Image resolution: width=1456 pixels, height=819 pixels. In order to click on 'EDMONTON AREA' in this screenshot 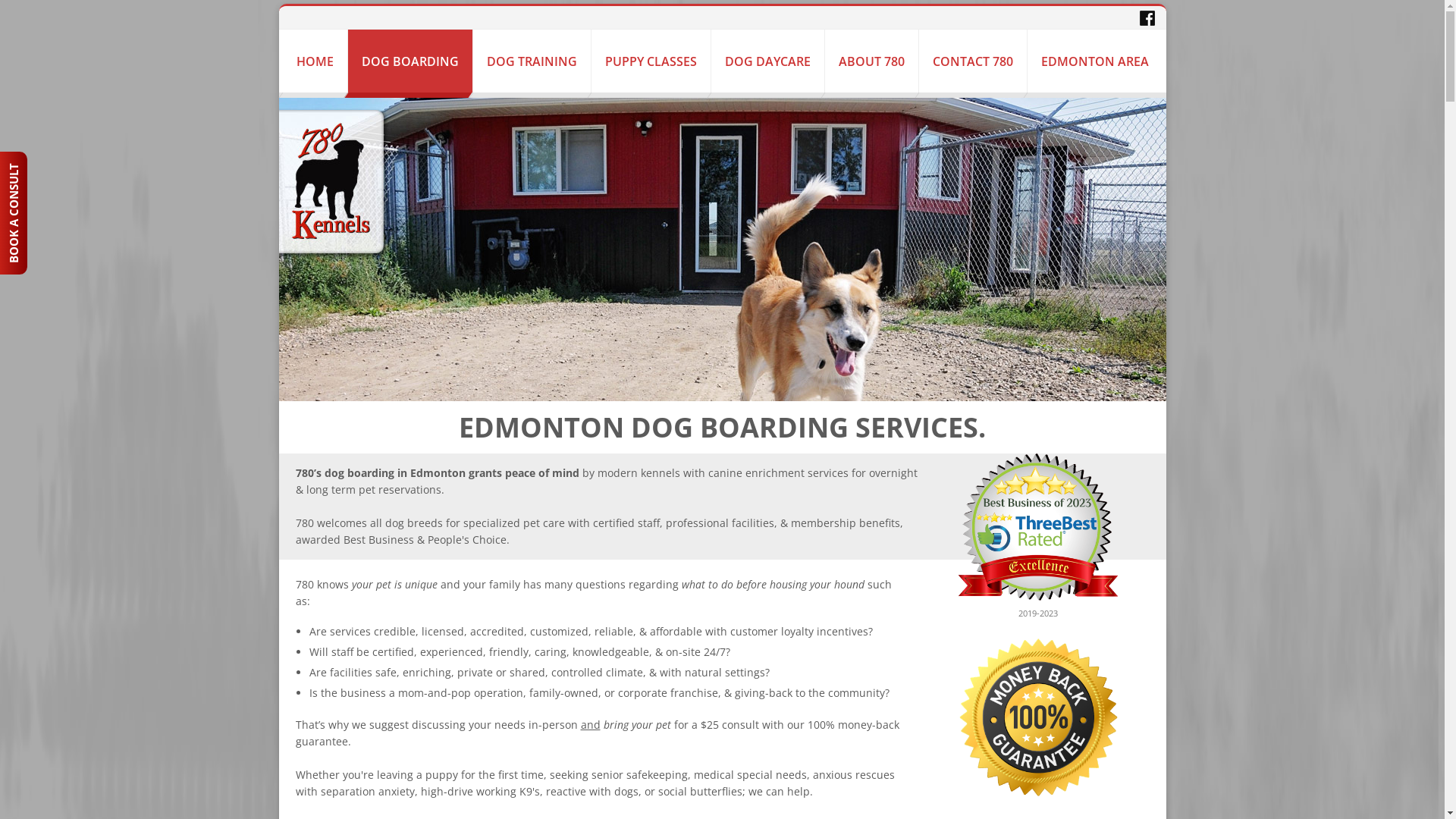, I will do `click(1094, 60)`.